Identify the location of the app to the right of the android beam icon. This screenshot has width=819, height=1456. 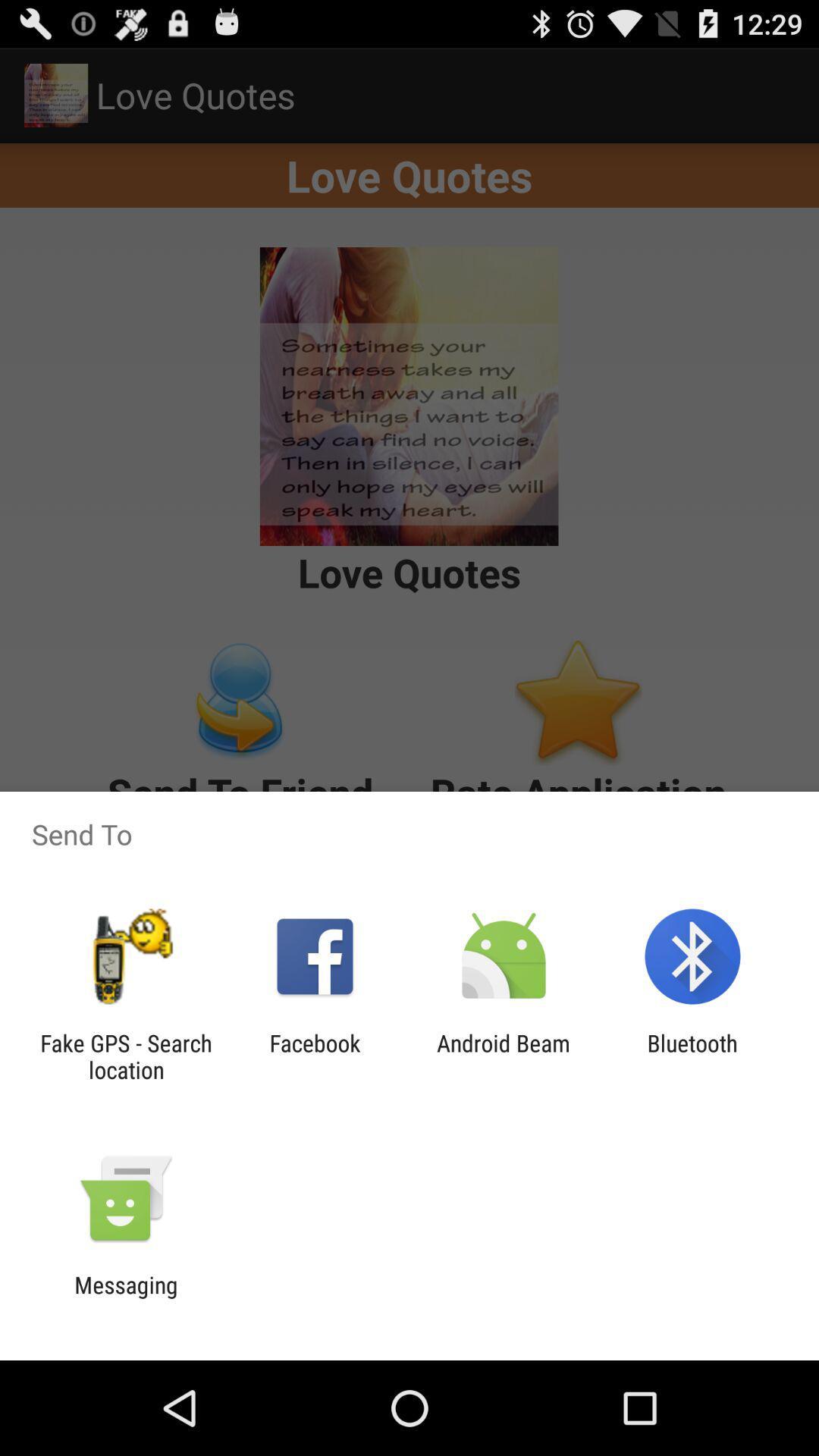
(692, 1056).